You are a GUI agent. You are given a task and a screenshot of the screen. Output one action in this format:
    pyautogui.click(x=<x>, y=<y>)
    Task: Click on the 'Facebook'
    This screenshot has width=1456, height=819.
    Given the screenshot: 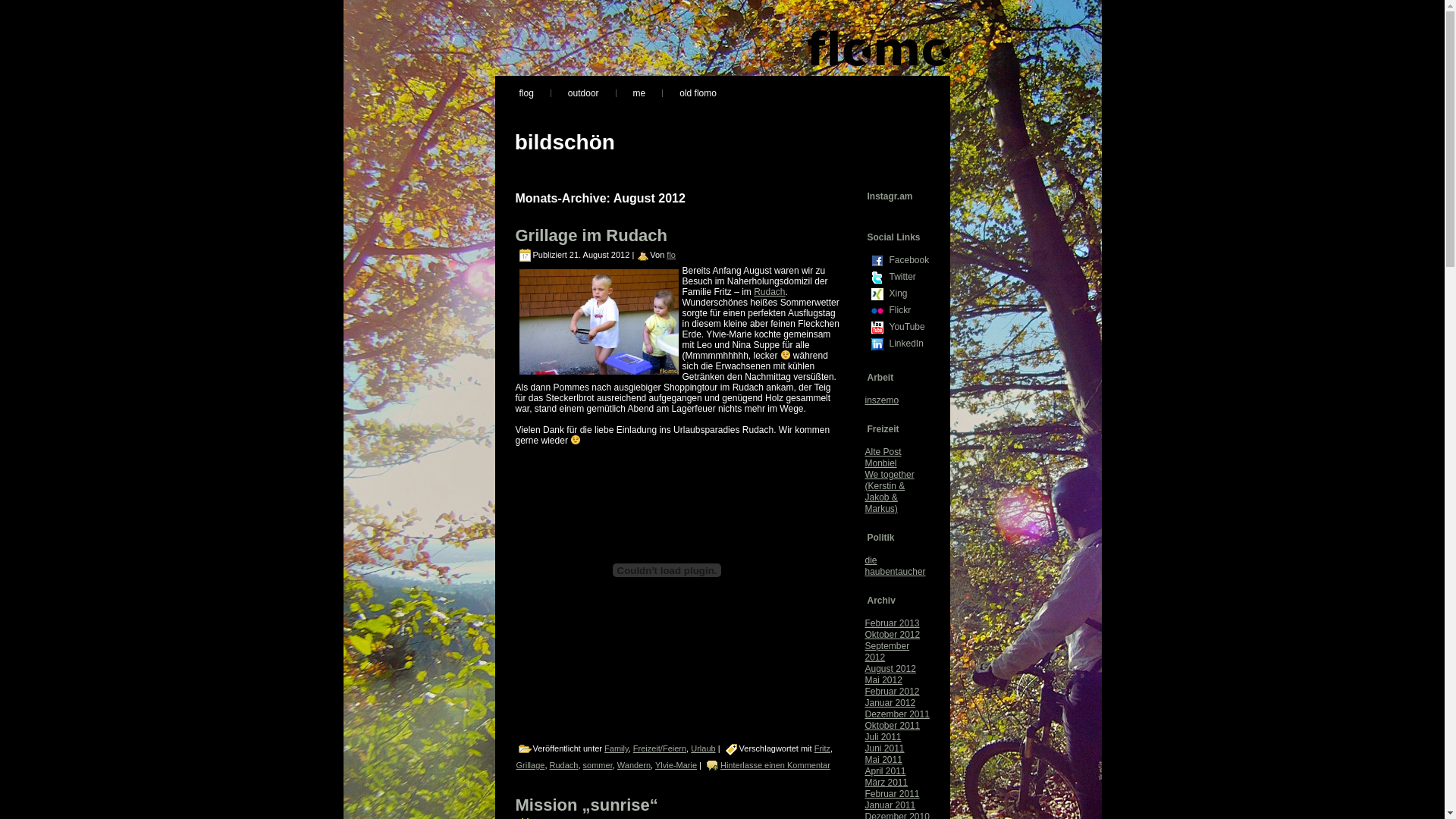 What is the action you would take?
    pyautogui.click(x=908, y=259)
    